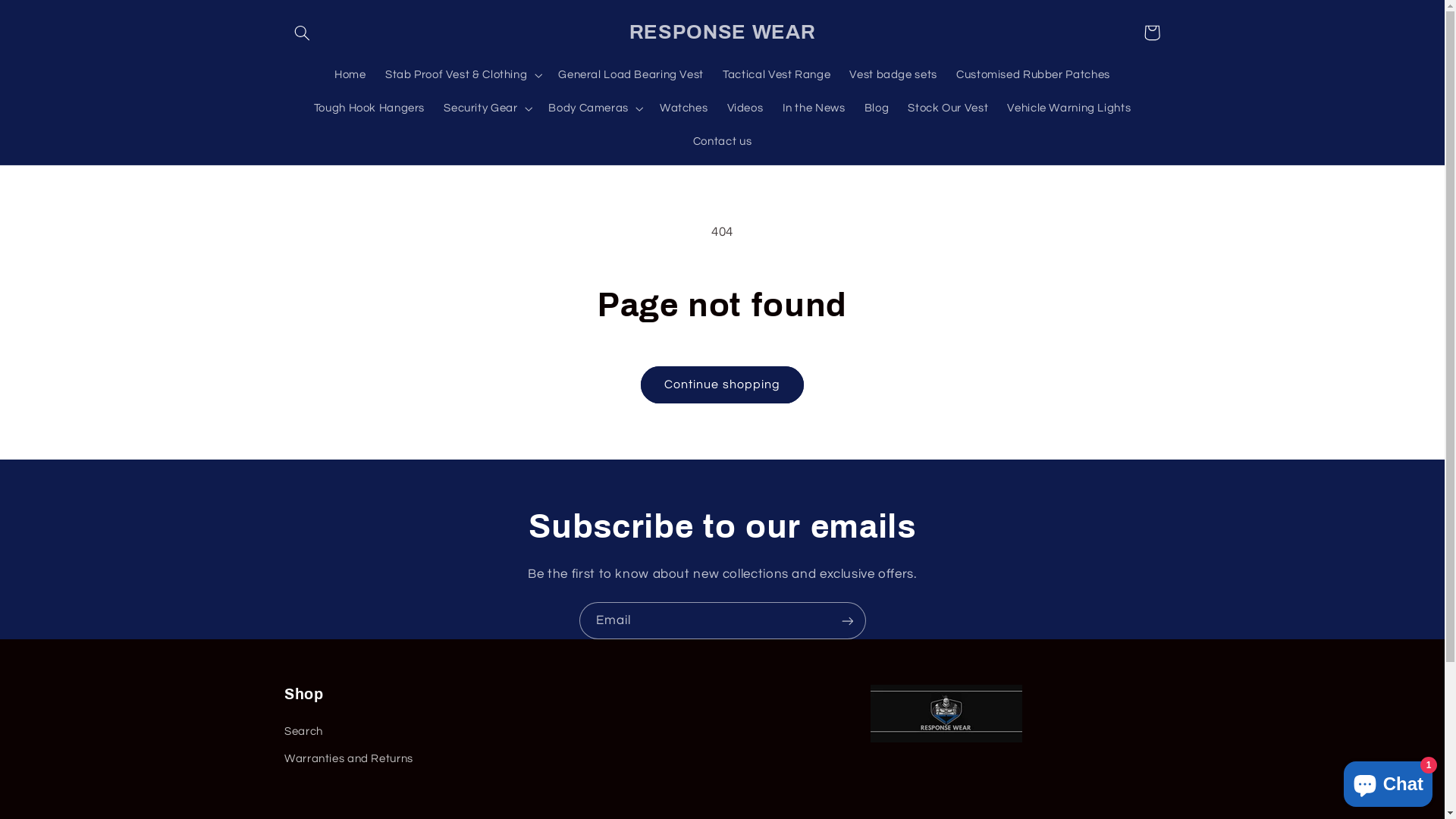 Image resolution: width=1456 pixels, height=819 pixels. What do you see at coordinates (369, 107) in the screenshot?
I see `'Tough Hook Hangers'` at bounding box center [369, 107].